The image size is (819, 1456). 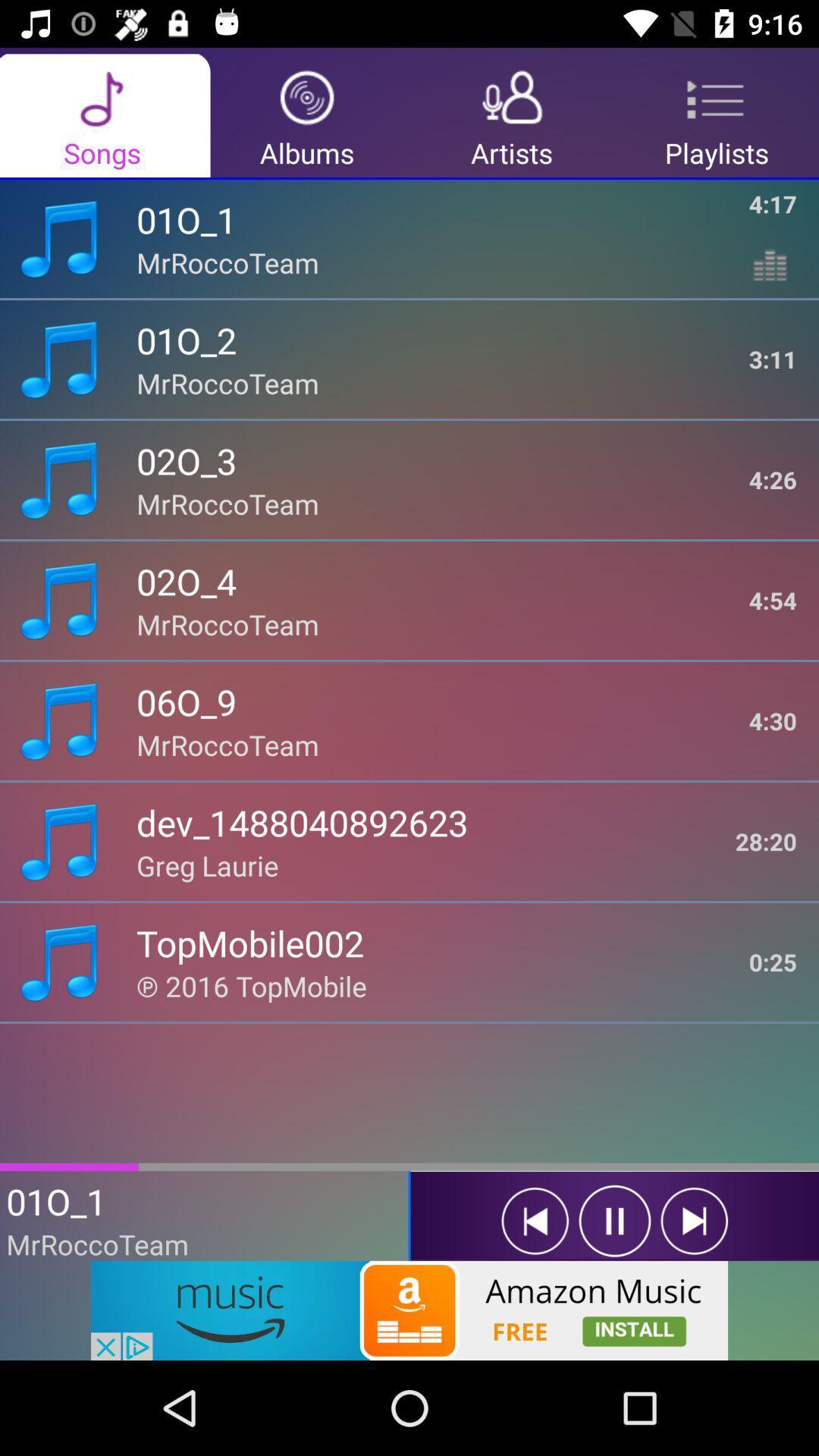 What do you see at coordinates (694, 1221) in the screenshot?
I see `next song` at bounding box center [694, 1221].